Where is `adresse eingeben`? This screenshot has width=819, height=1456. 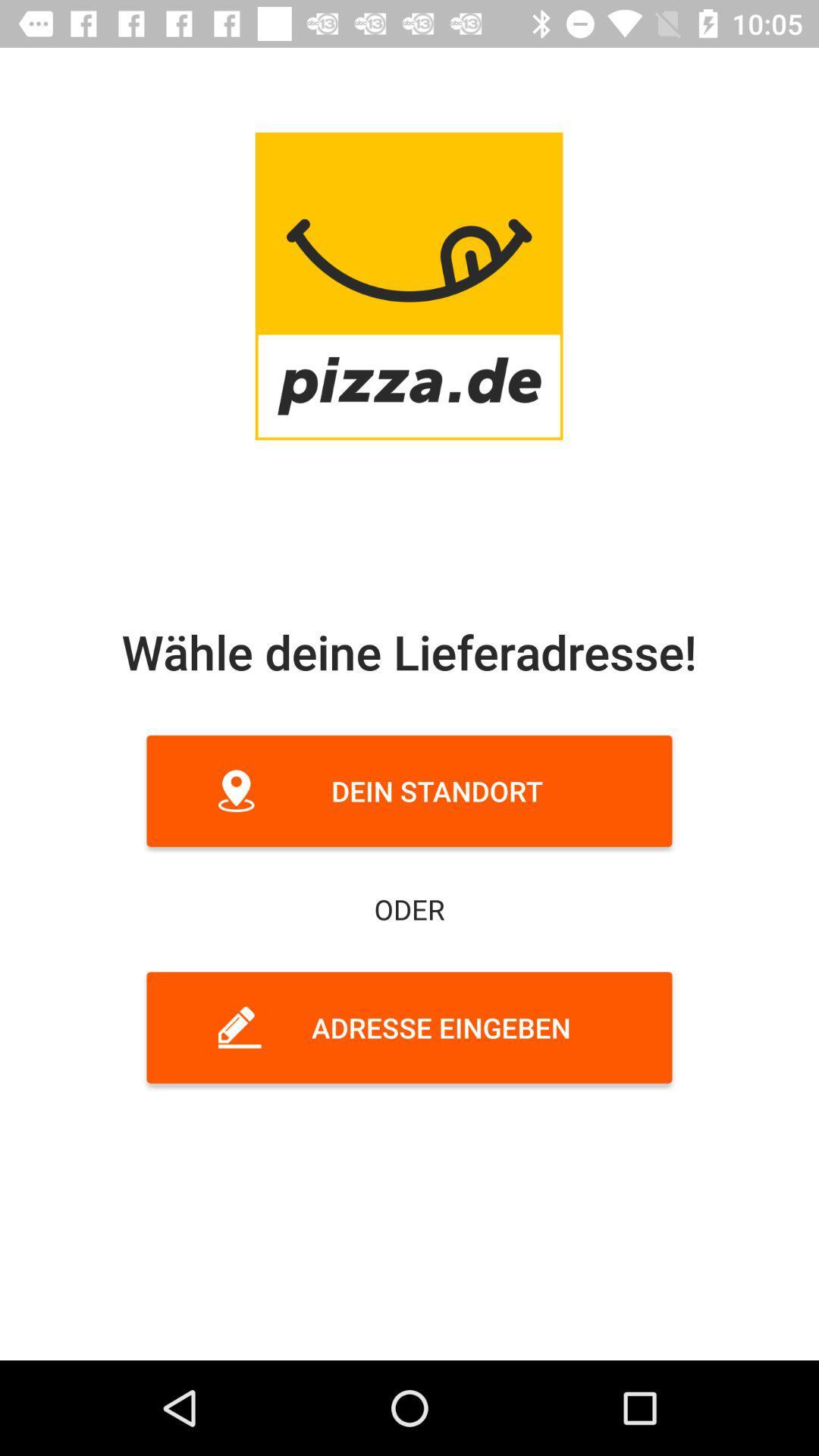
adresse eingeben is located at coordinates (409, 1028).